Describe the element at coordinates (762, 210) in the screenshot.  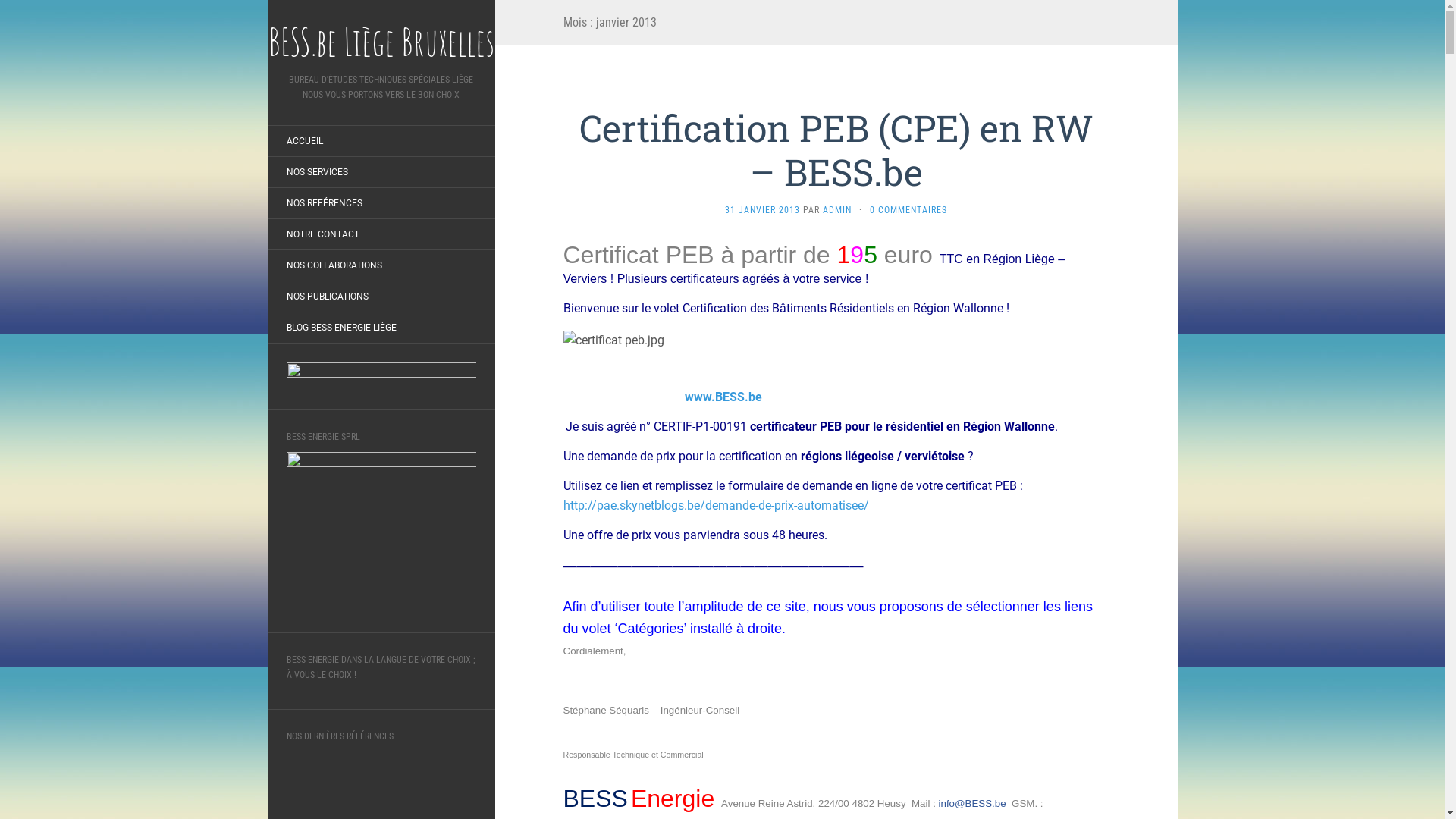
I see `'31 JANVIER 2013'` at that location.